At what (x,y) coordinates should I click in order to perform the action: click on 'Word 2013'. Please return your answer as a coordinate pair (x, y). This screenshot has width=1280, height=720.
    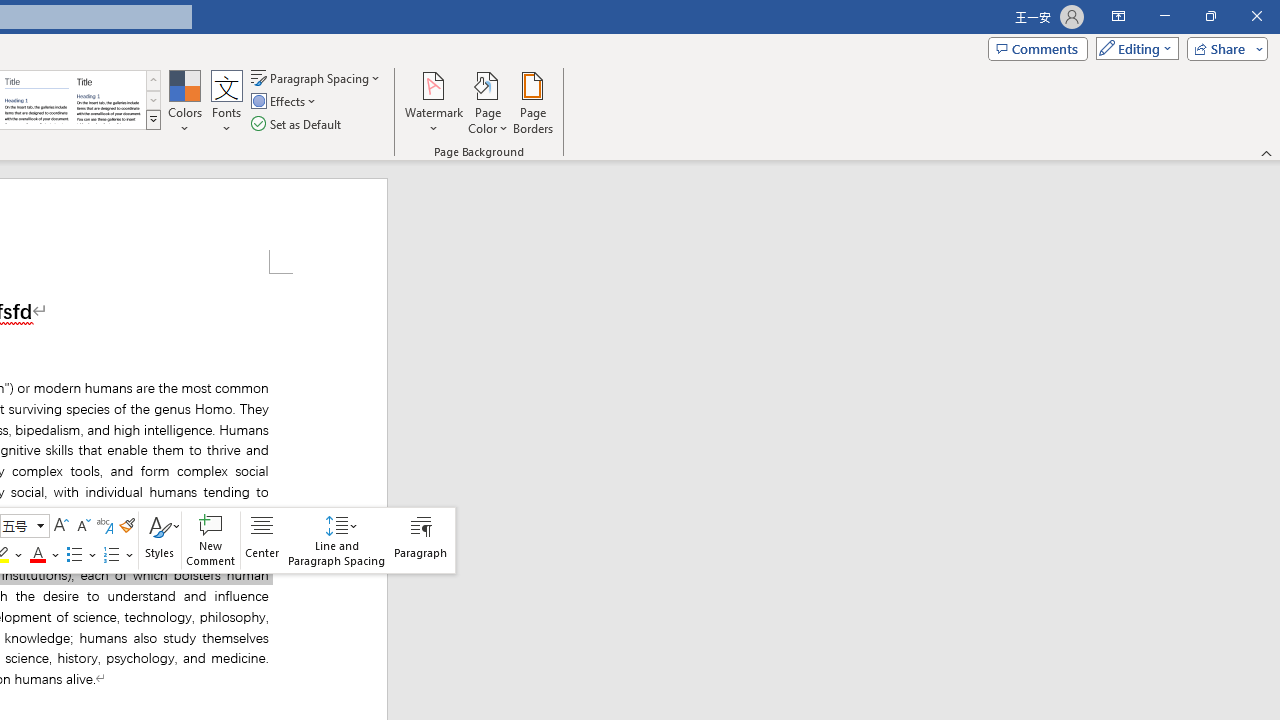
    Looking at the image, I should click on (107, 100).